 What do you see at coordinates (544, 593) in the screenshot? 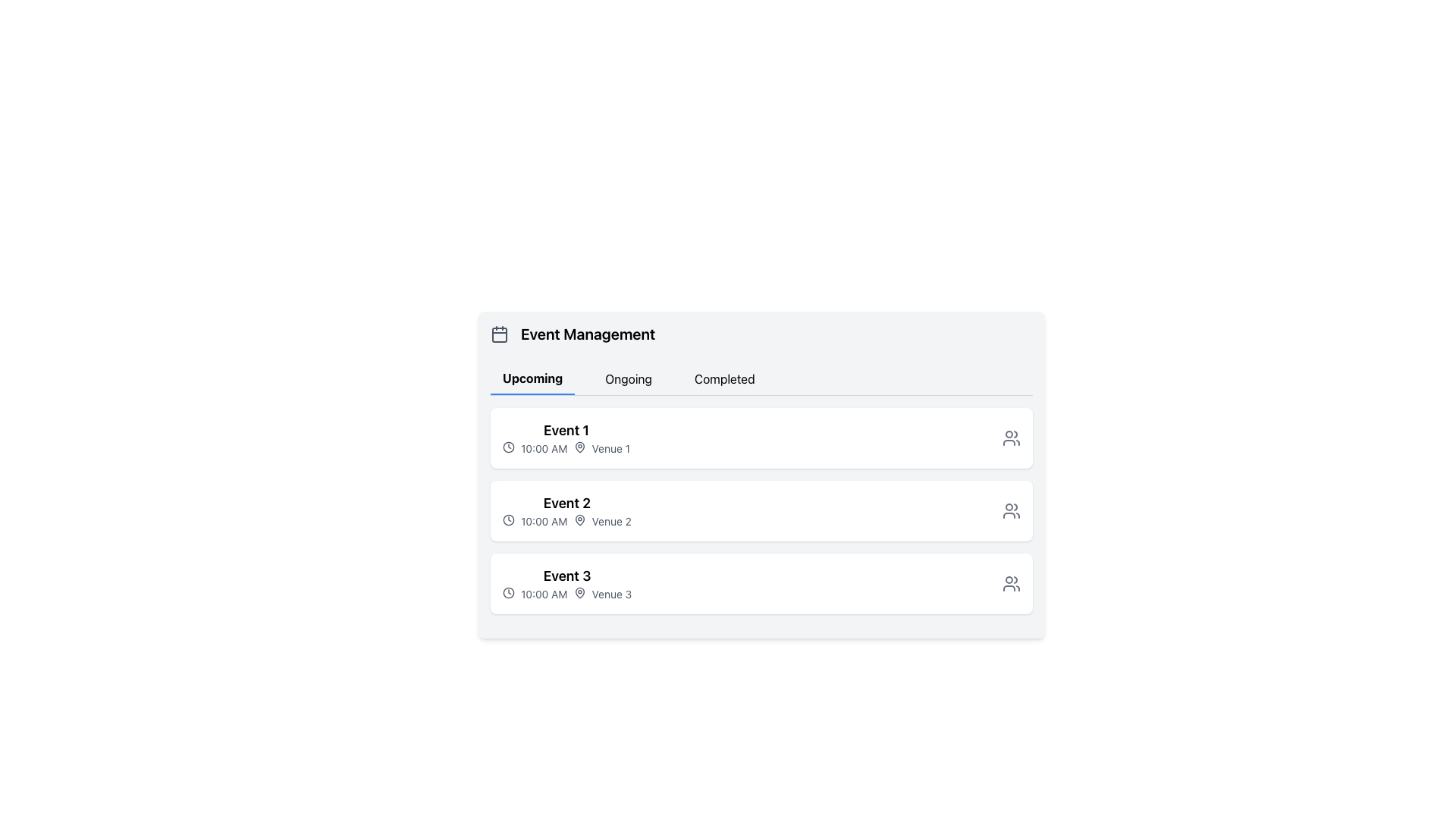
I see `the text label displaying the scheduled time for the third event in the list, located between a clock icon and a venue text` at bounding box center [544, 593].